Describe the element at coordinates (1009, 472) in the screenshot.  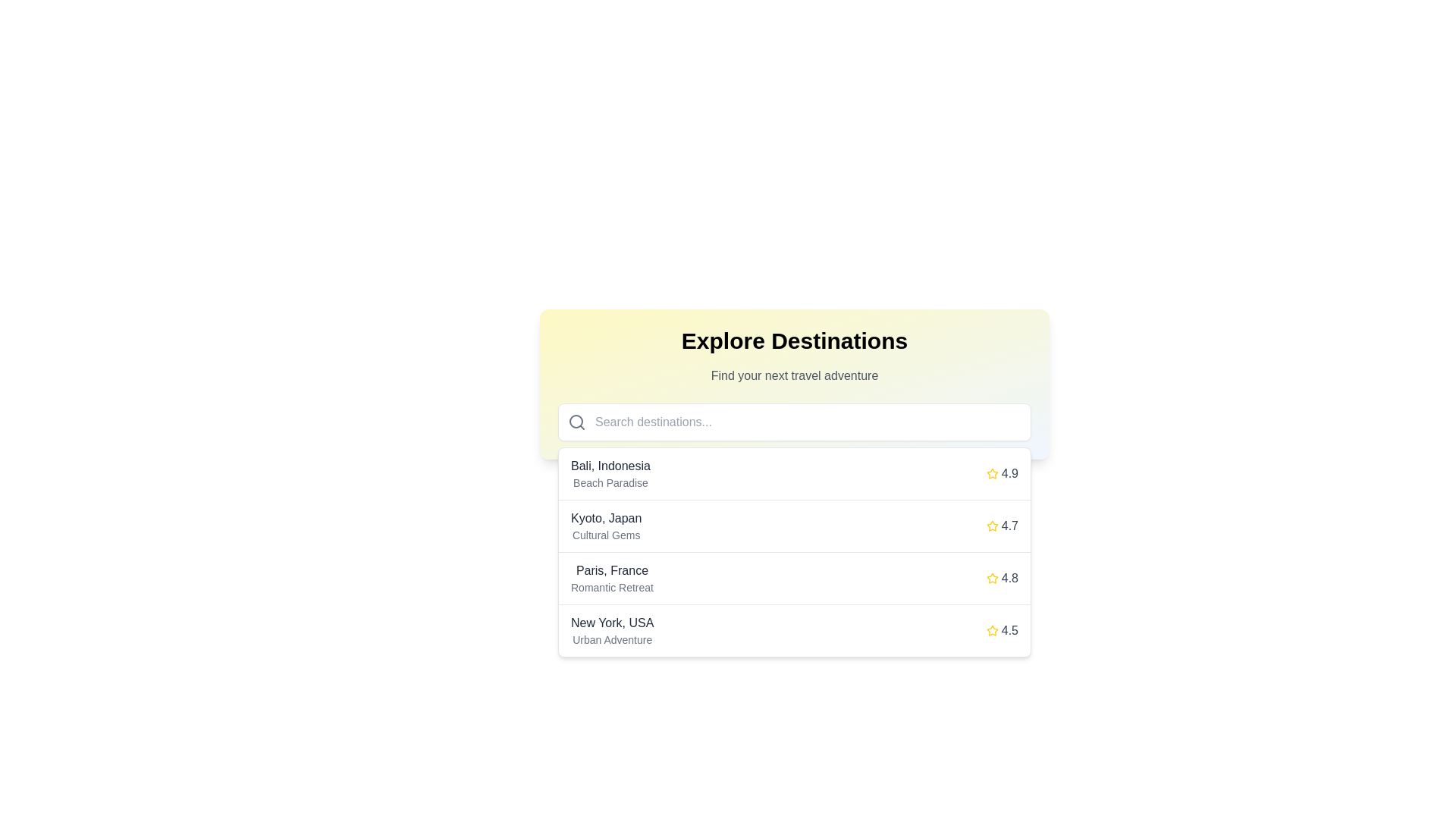
I see `text displaying the rating '4.9', which is positioned to the right of the yellow star icon in the 'Explore Destinations' interface under the Bali, Indonesia entry` at that location.